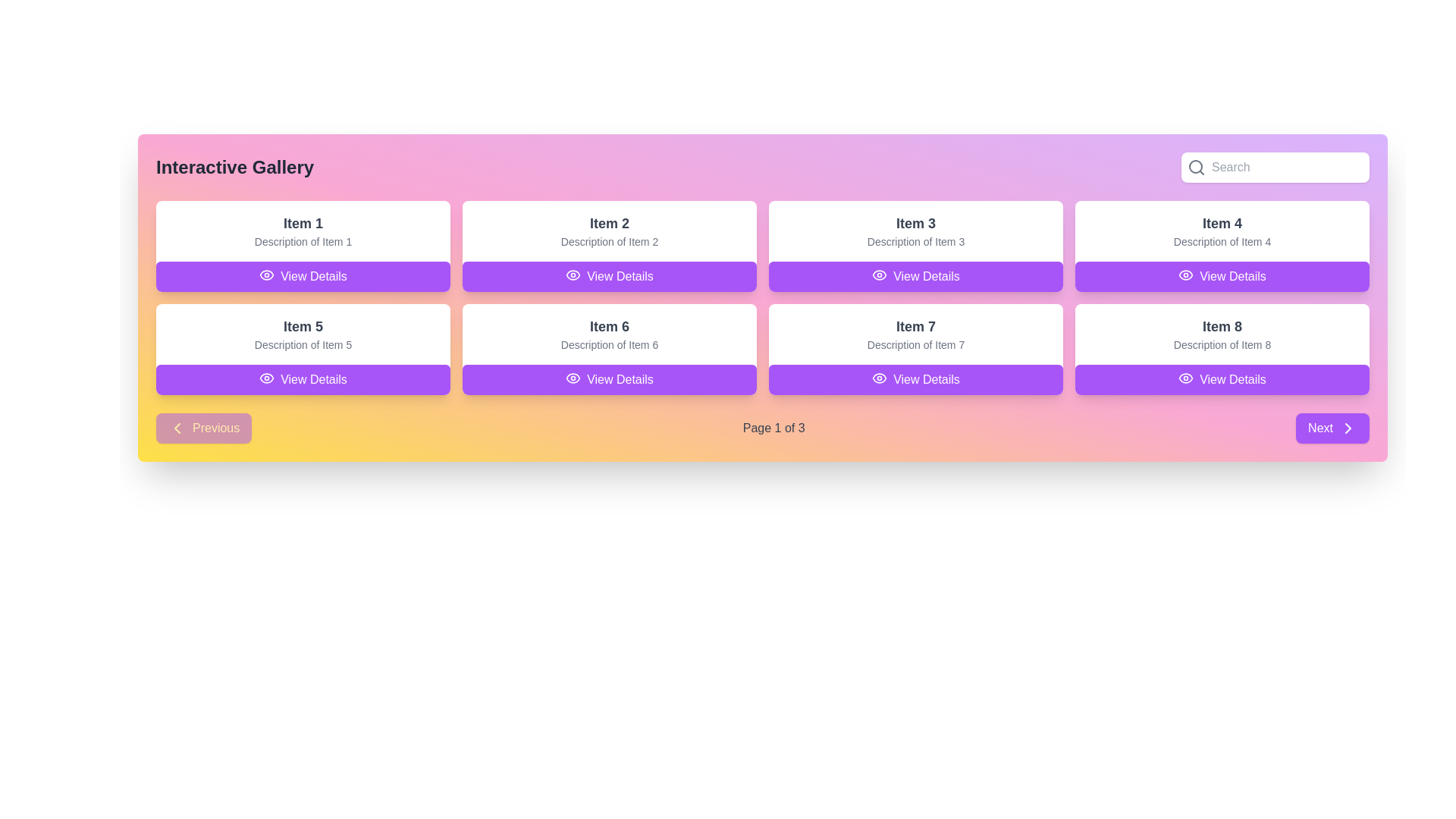 The width and height of the screenshot is (1456, 819). What do you see at coordinates (234, 167) in the screenshot?
I see `text title located at the top-left section of the gallery interface, which serves as the main heading for the content below` at bounding box center [234, 167].